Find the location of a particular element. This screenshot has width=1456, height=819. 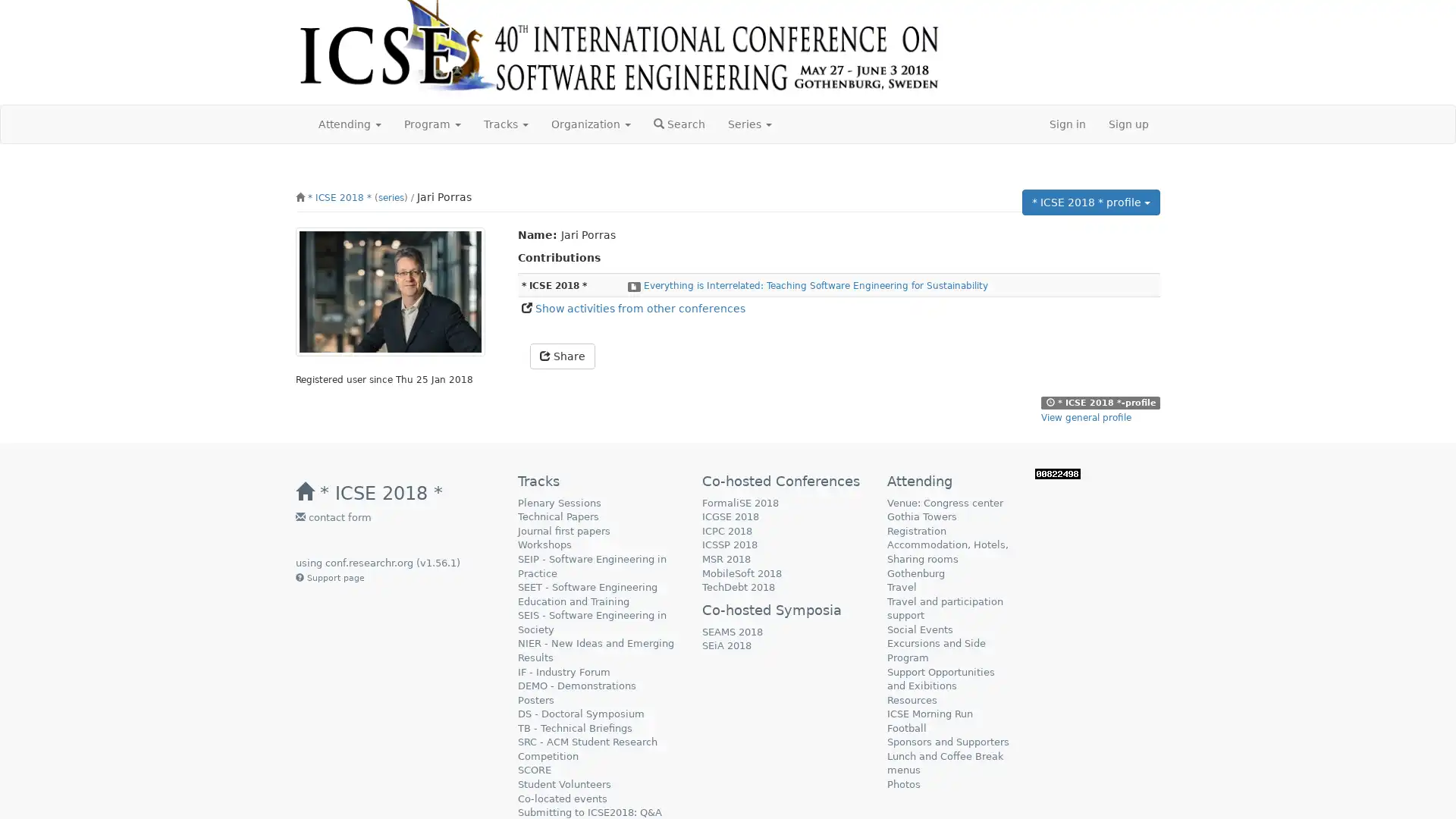

* ICSE 2018 * profile is located at coordinates (1090, 201).